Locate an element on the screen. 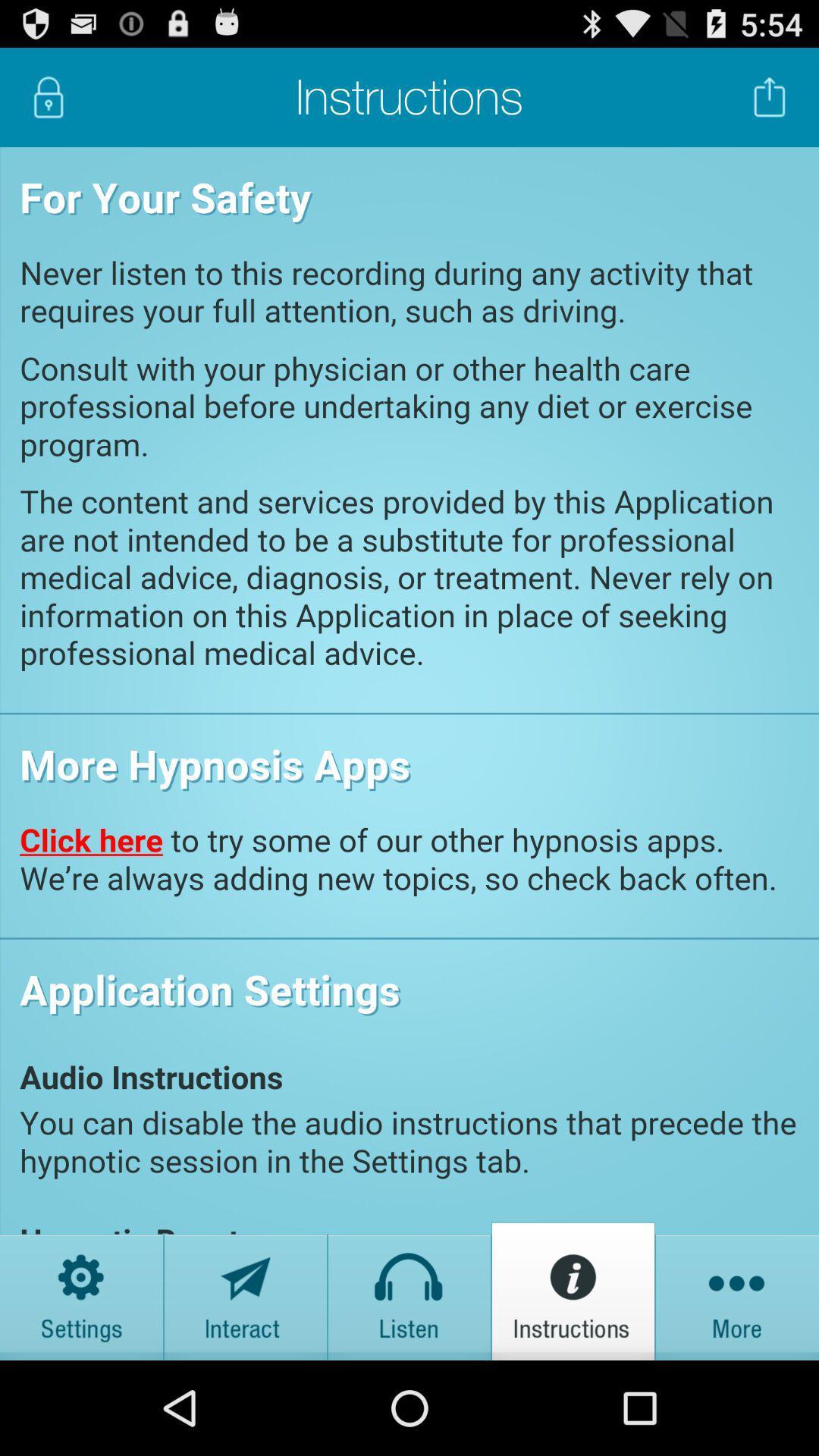 The image size is (819, 1456). lock screen is located at coordinates (48, 96).